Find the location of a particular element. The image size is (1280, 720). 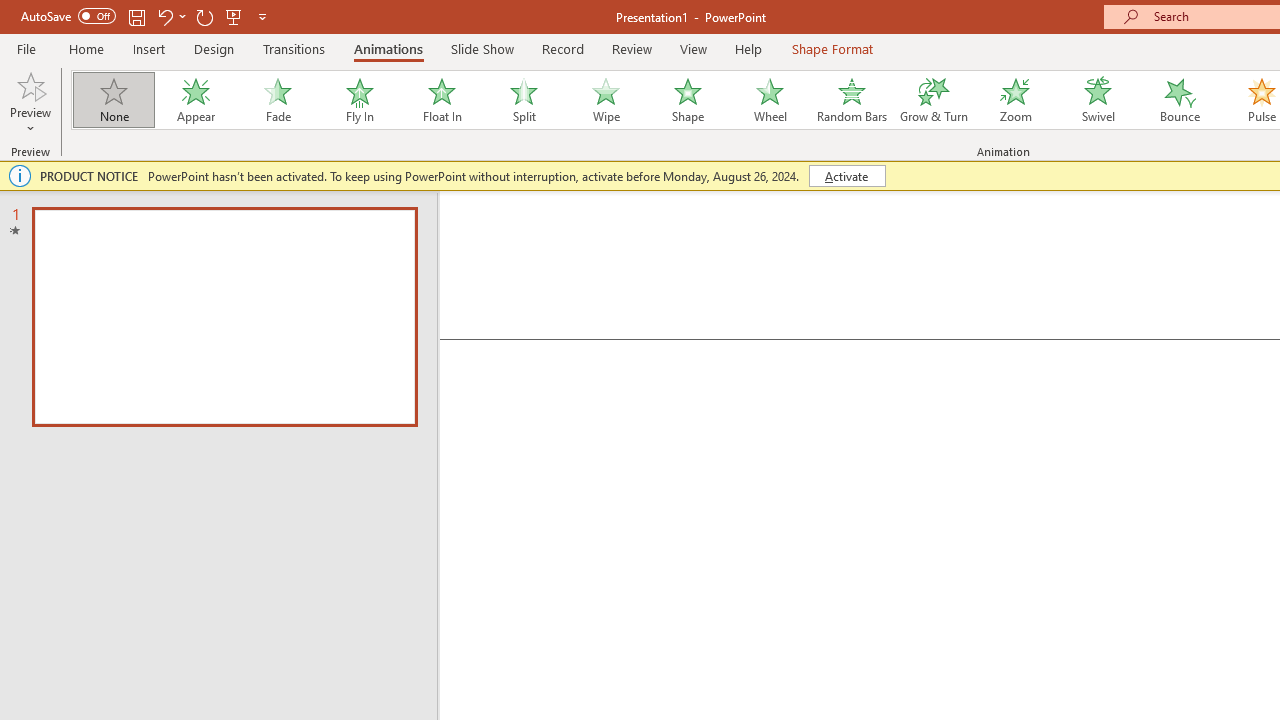

'Split' is located at coordinates (523, 100).